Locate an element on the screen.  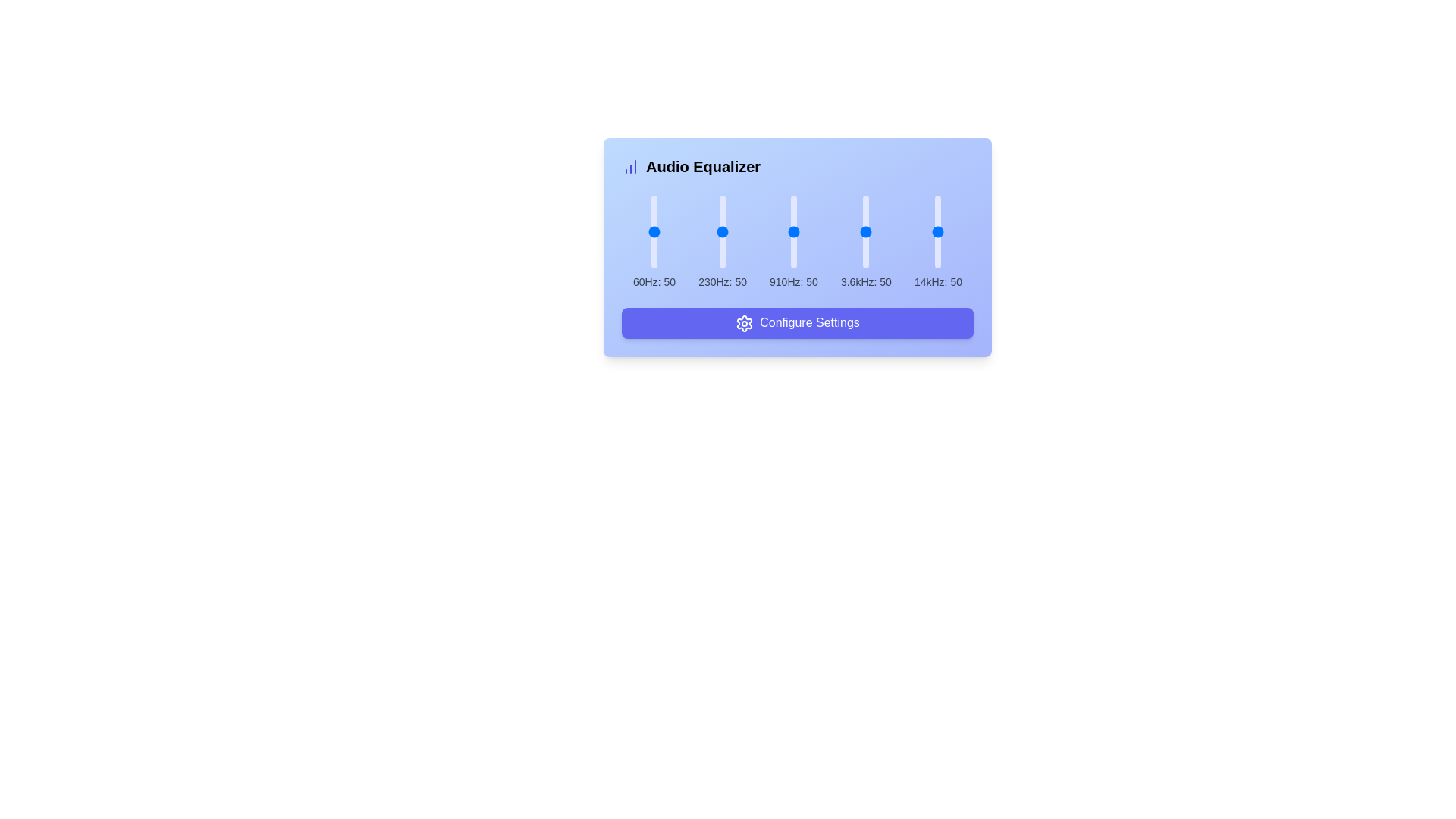
the 3.6kHz audio equalizer slider is located at coordinates (866, 239).